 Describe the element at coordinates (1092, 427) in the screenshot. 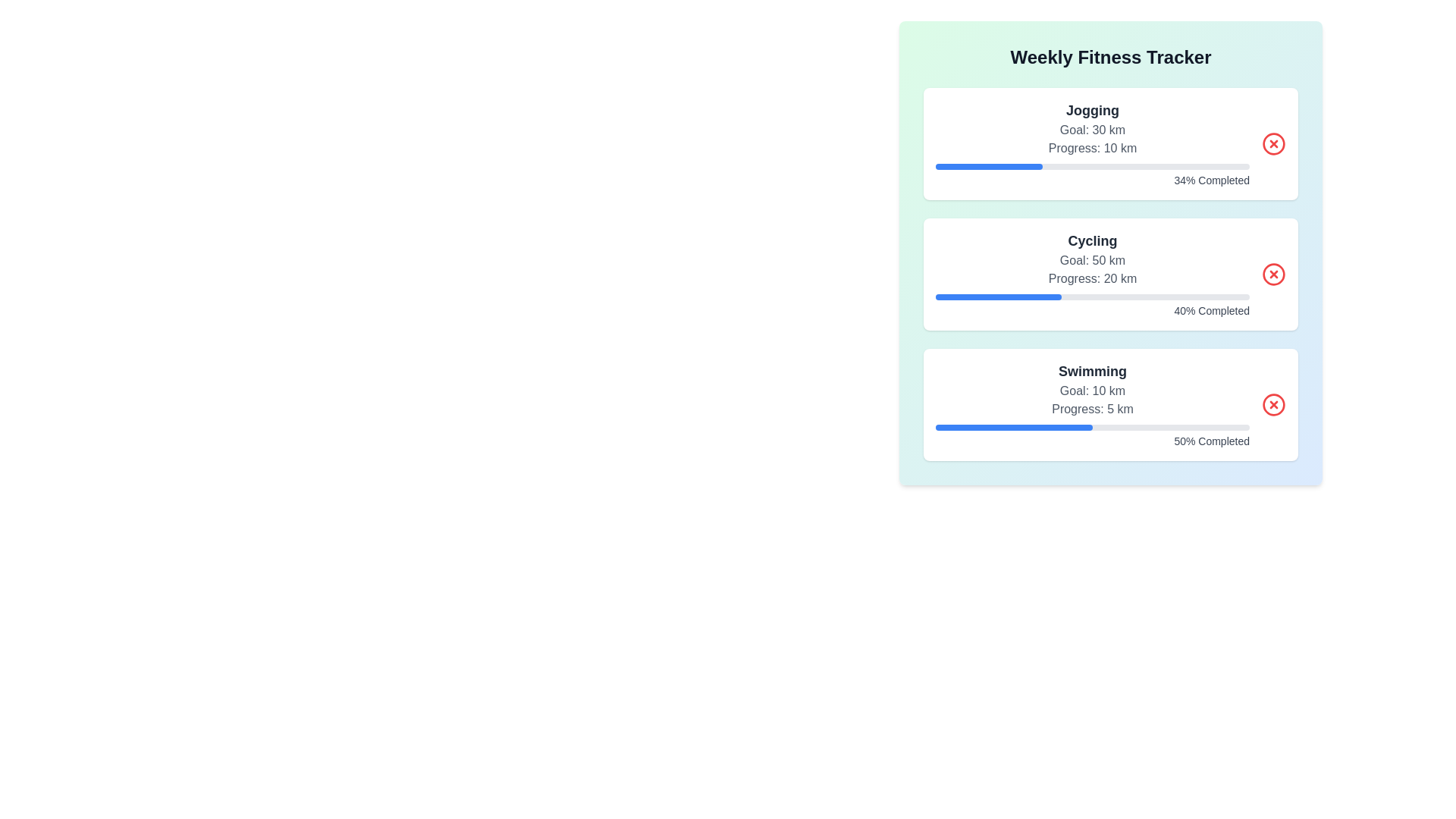

I see `CSS properties of the Progress bar located in the third card labeled 'Swimming', which visually represents progress towards a goal and is situated between the goal text and the completion percentage text` at that location.